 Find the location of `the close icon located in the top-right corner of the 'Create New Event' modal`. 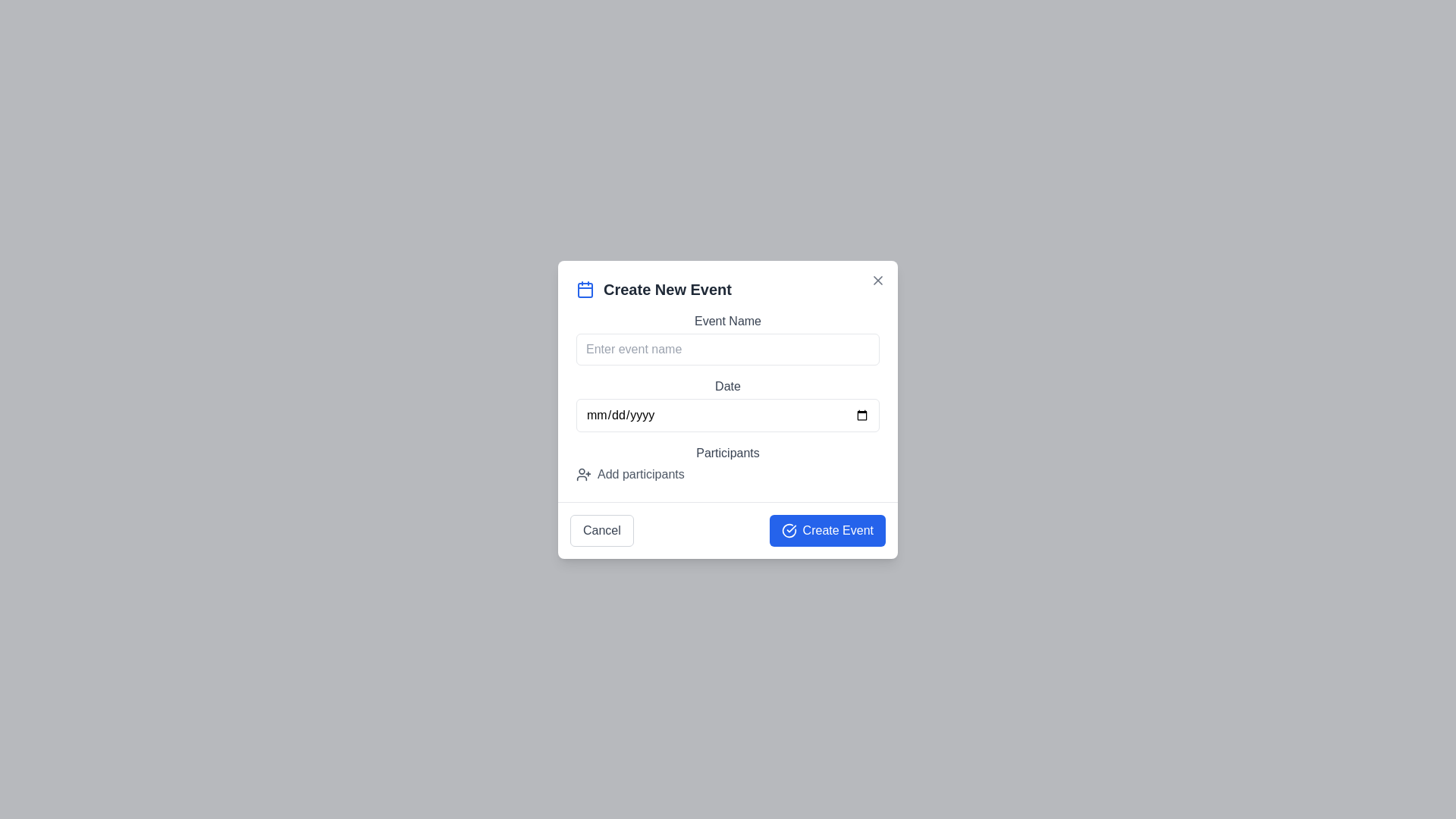

the close icon located in the top-right corner of the 'Create New Event' modal is located at coordinates (877, 280).